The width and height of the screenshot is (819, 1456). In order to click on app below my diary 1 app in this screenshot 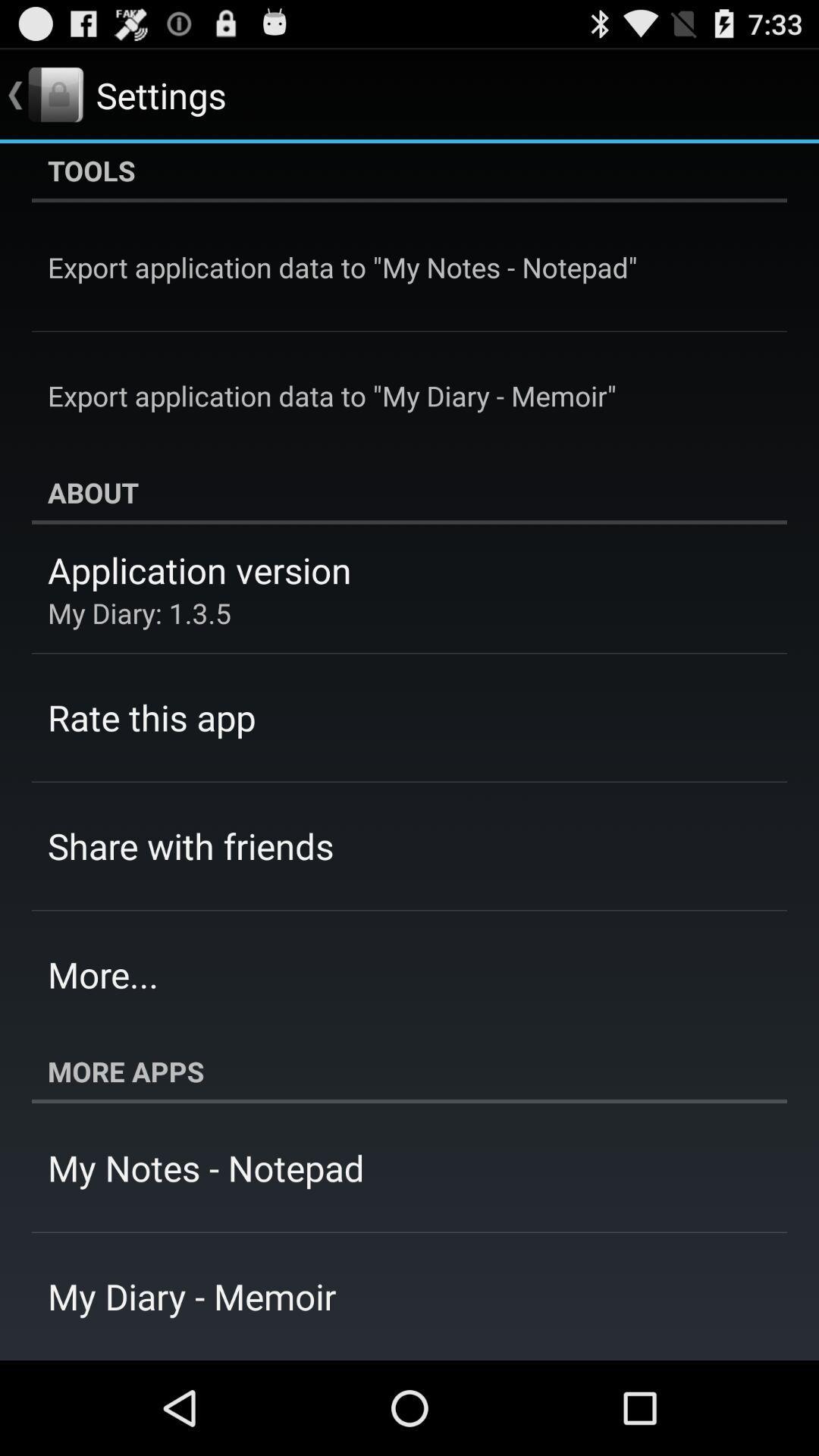, I will do `click(152, 717)`.